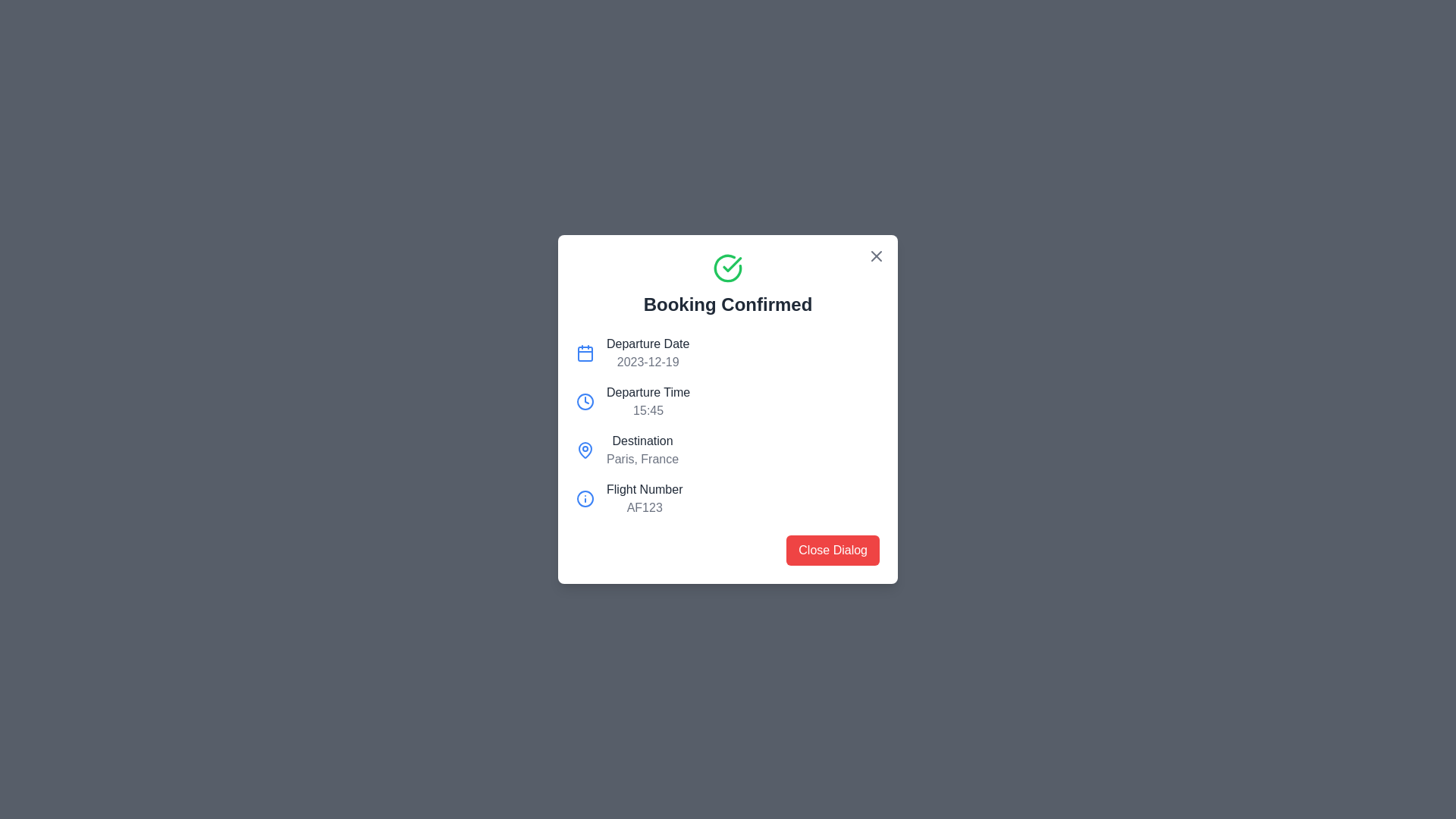 The width and height of the screenshot is (1456, 819). What do you see at coordinates (645, 508) in the screenshot?
I see `the label displaying 'AF123' in gray font, which is located below the 'Flight Number' label and aligned to its right` at bounding box center [645, 508].